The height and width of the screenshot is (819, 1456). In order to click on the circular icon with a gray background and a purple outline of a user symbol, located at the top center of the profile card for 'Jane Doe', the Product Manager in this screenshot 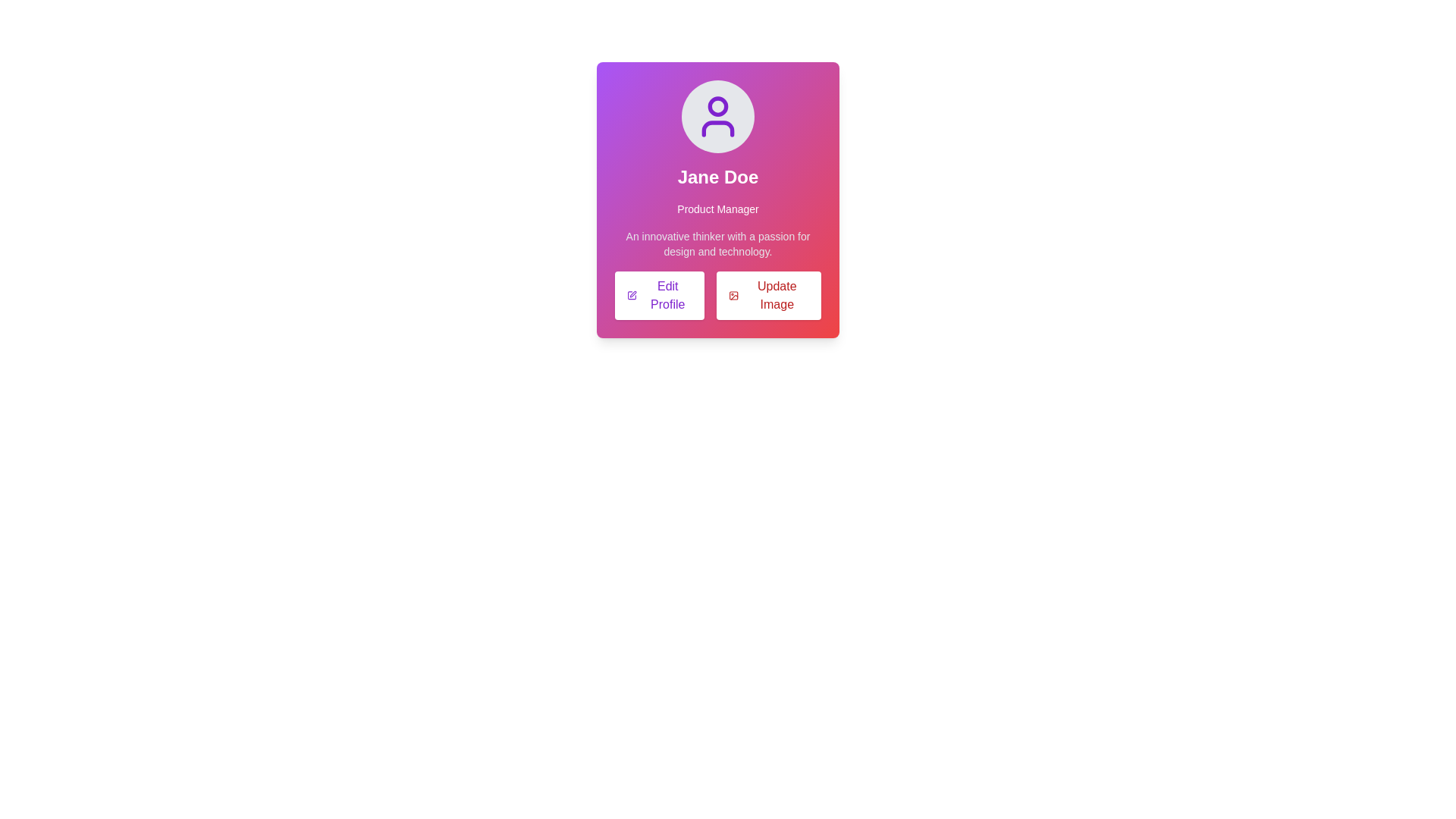, I will do `click(717, 116)`.